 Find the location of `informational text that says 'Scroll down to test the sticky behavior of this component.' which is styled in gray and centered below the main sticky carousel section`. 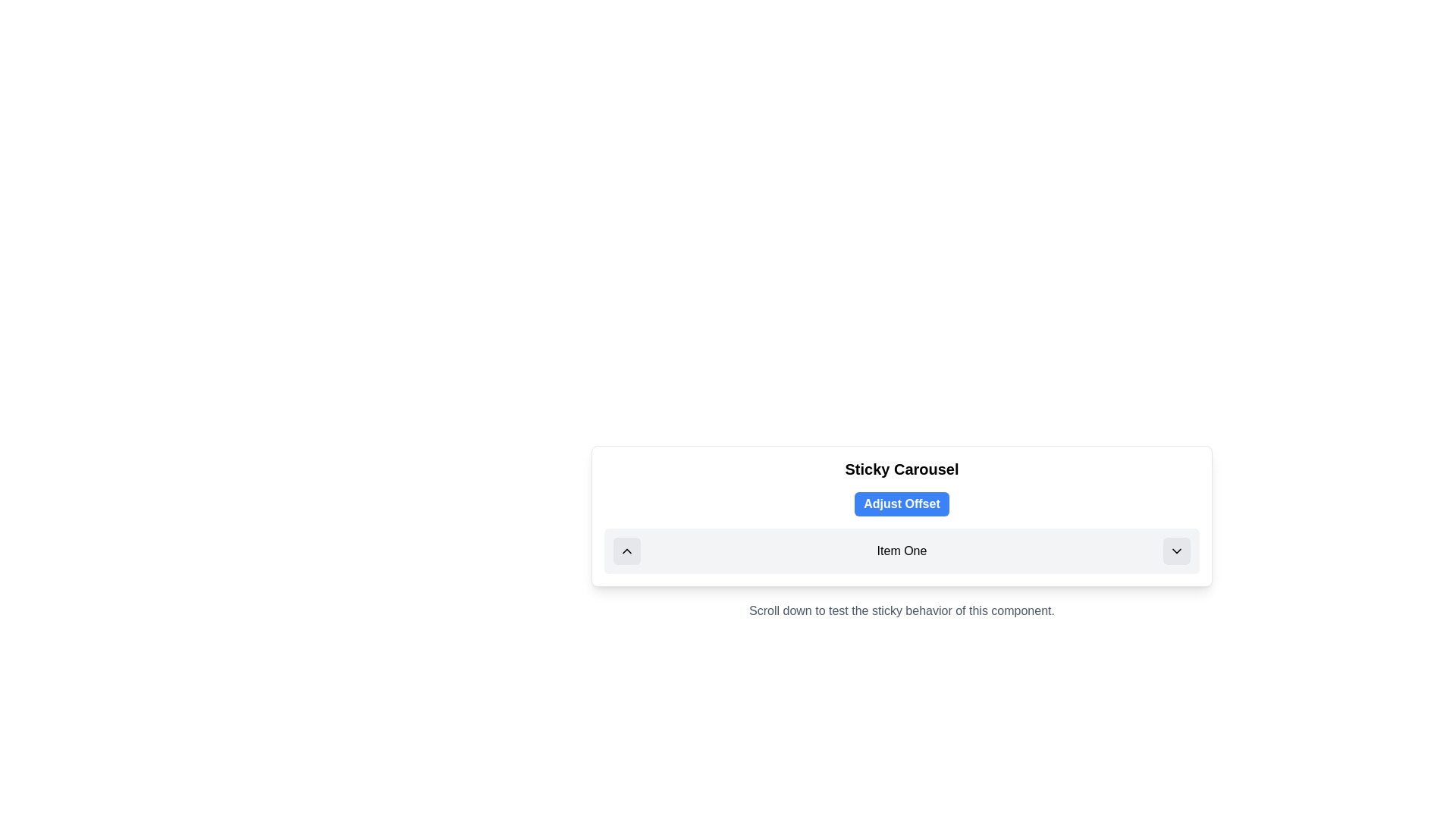

informational text that says 'Scroll down to test the sticky behavior of this component.' which is styled in gray and centered below the main sticky carousel section is located at coordinates (902, 610).